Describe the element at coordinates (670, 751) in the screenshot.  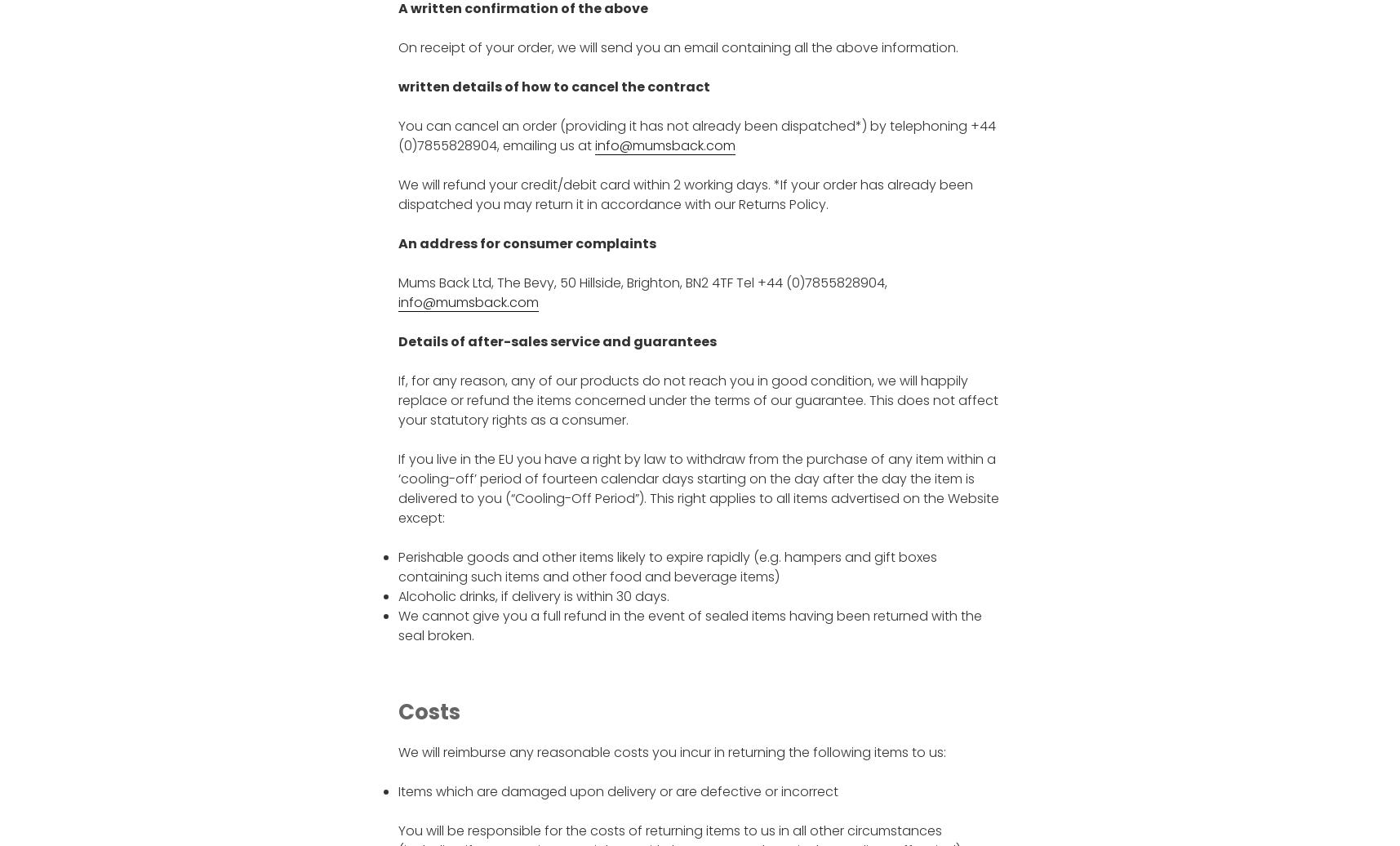
I see `'We will reimburse any reasonable costs you incur in returning the following items to us:'` at that location.